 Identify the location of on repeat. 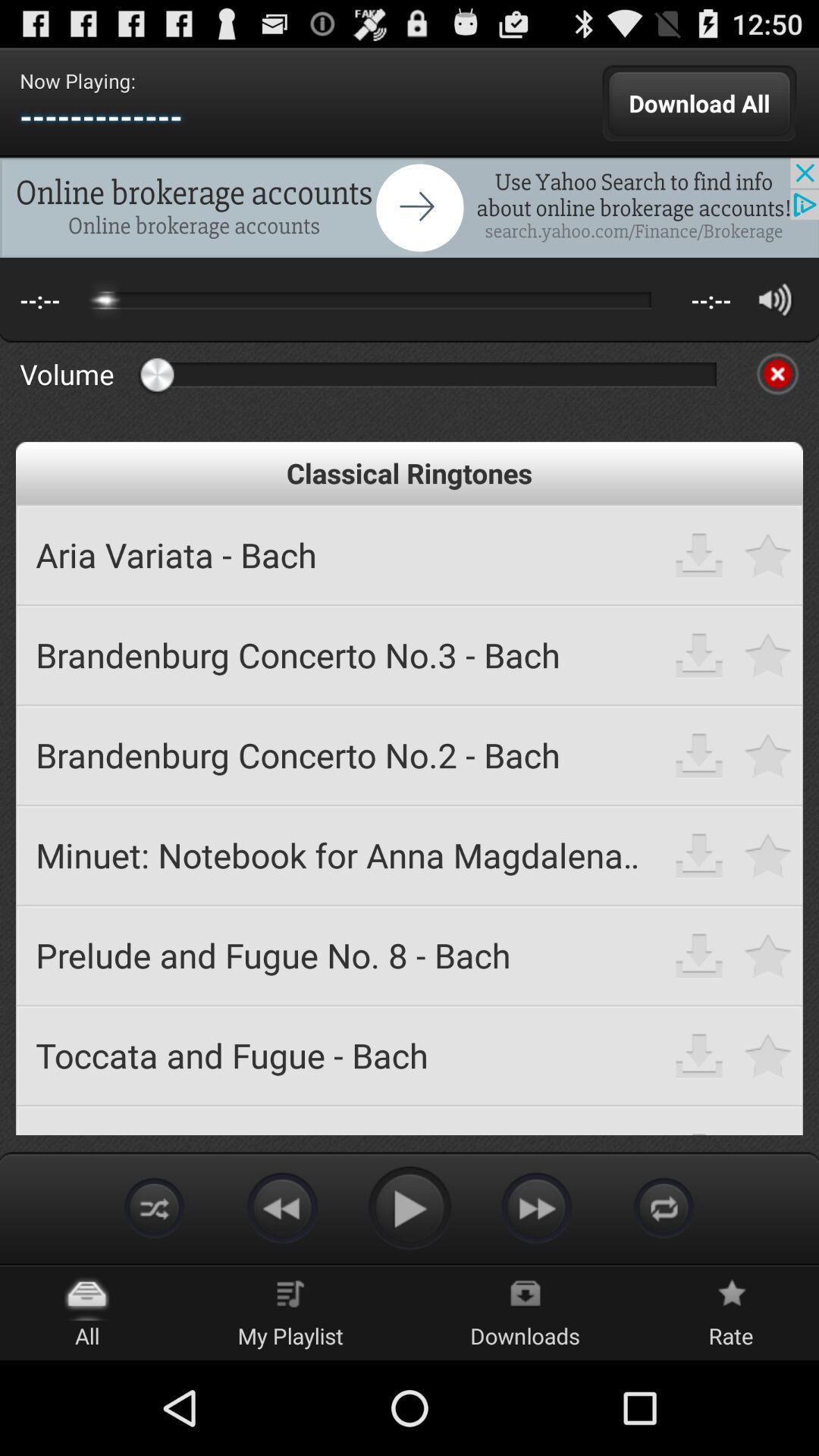
(663, 1207).